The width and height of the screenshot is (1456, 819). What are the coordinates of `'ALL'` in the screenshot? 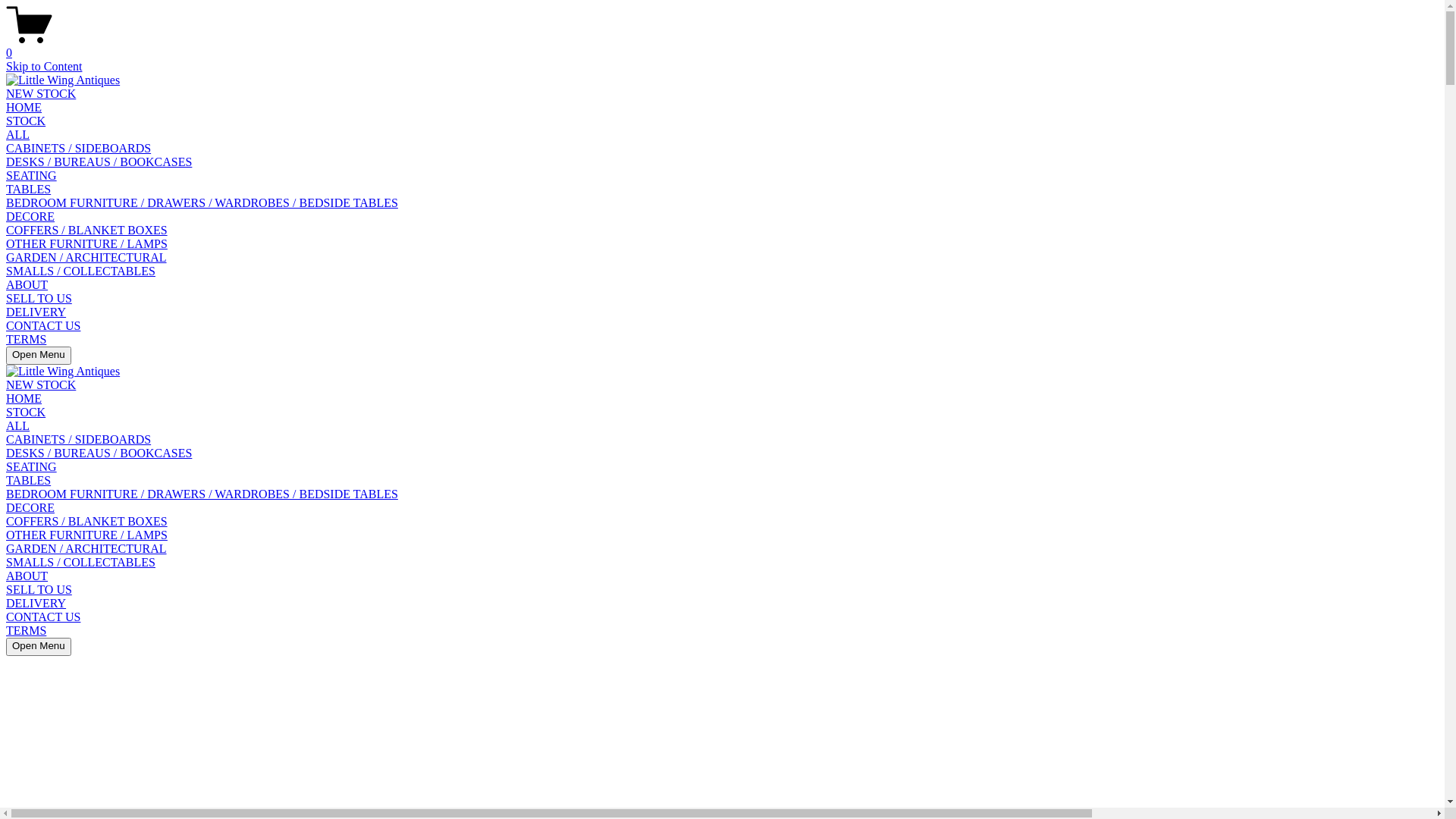 It's located at (17, 425).